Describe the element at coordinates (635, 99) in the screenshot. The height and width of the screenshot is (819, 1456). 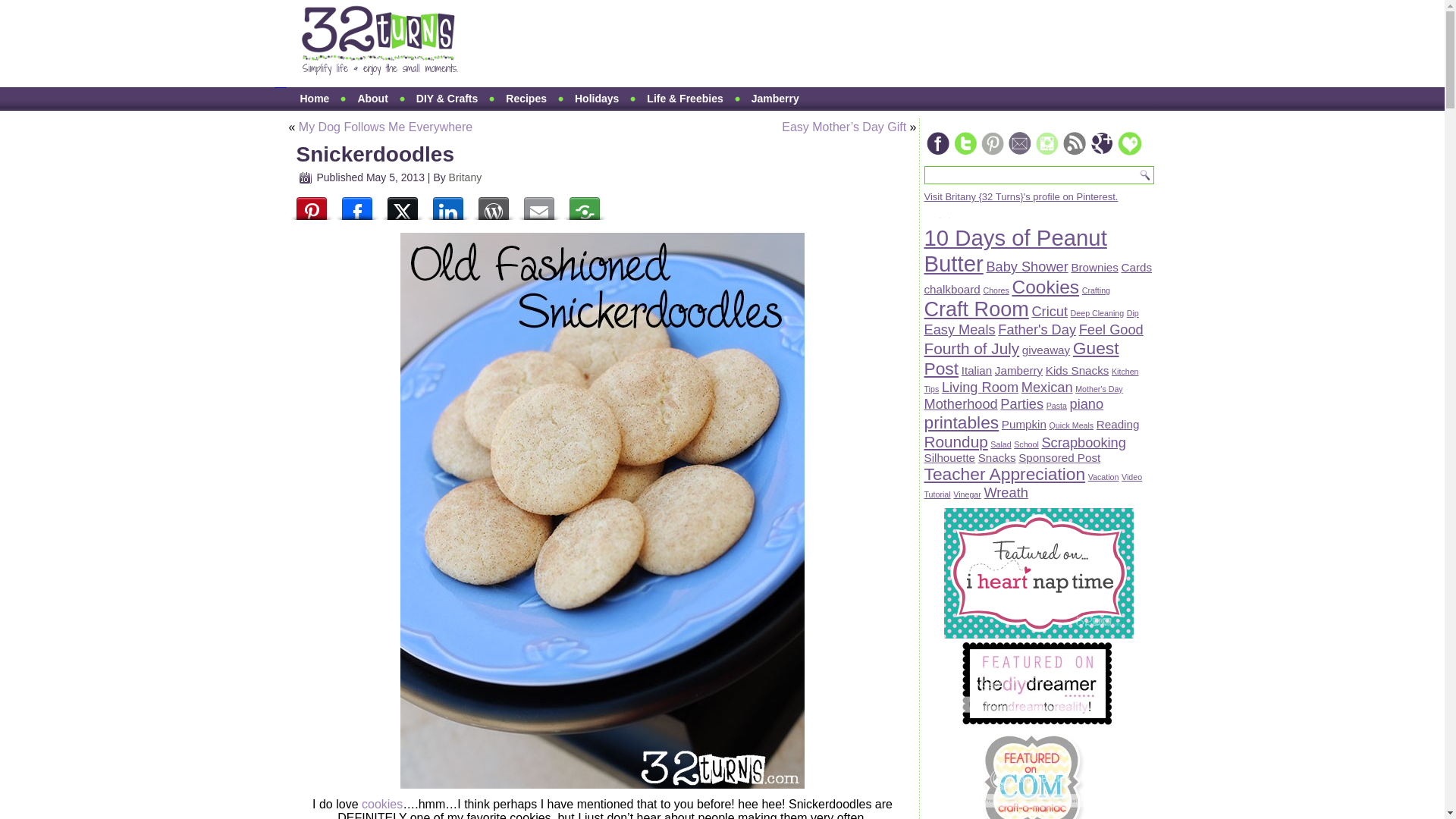
I see `'Life & Freebies'` at that location.